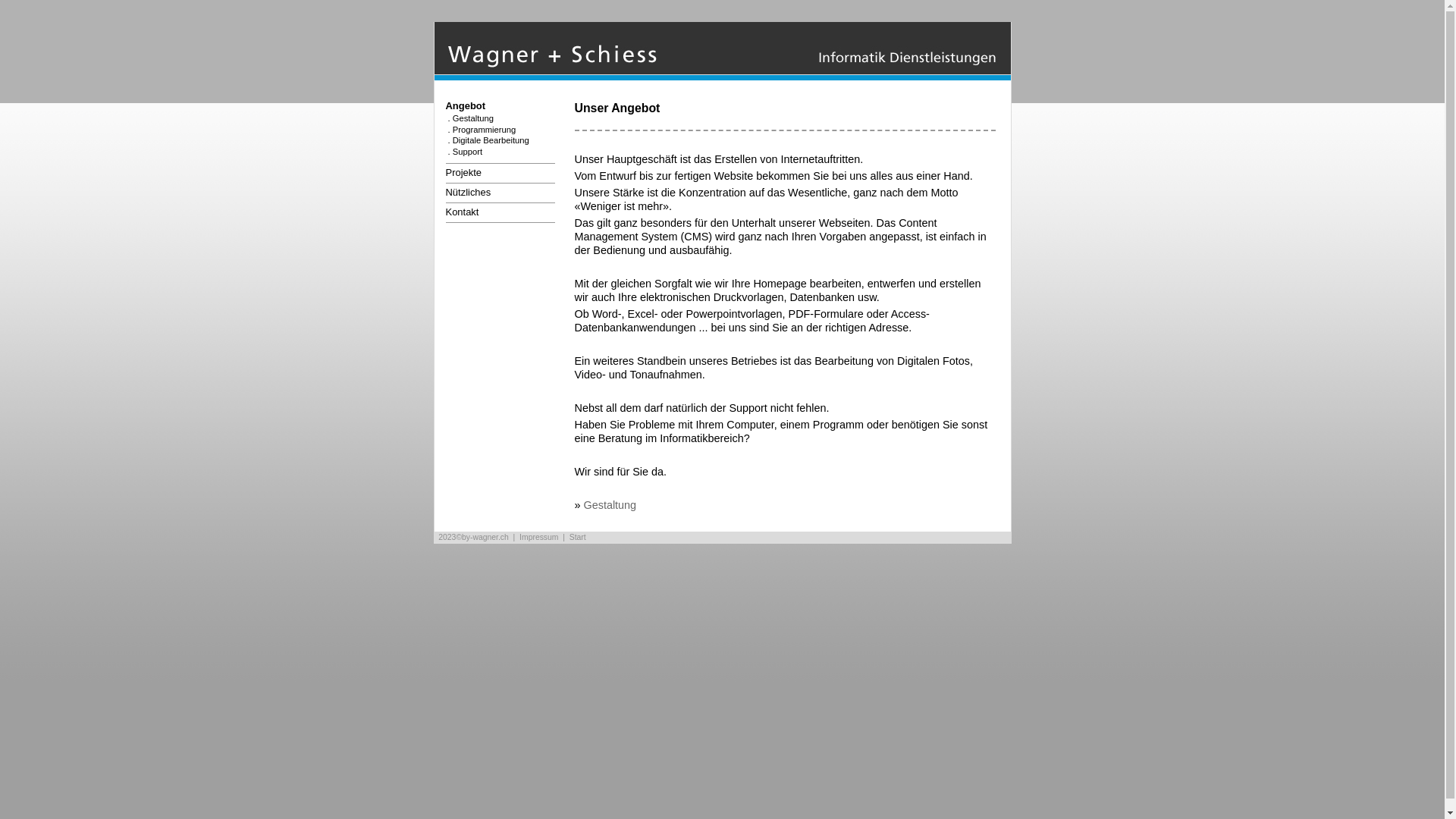 This screenshot has width=1456, height=819. Describe the element at coordinates (610, 505) in the screenshot. I see `'Gestaltung'` at that location.